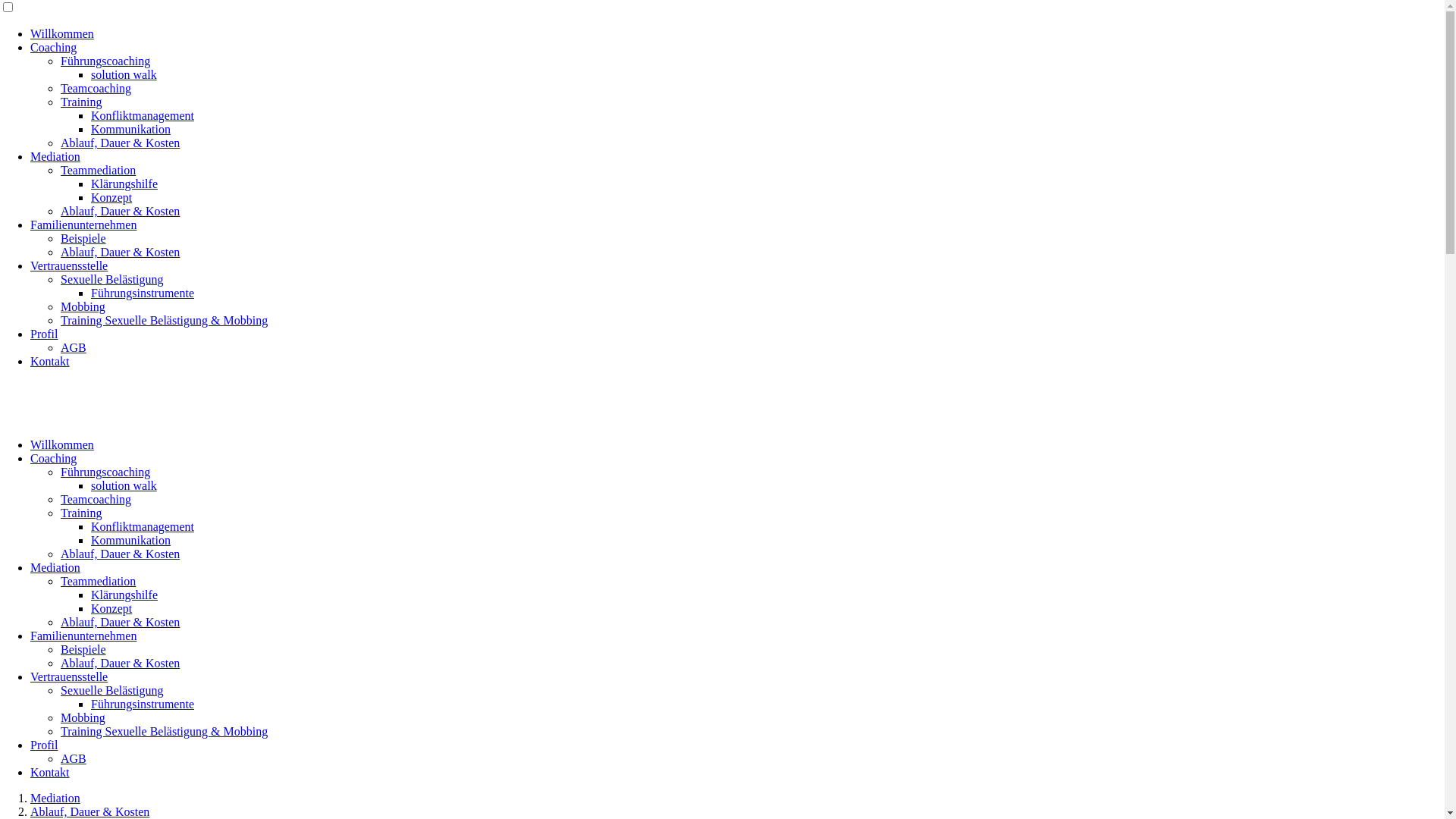 The height and width of the screenshot is (819, 1456). What do you see at coordinates (111, 196) in the screenshot?
I see `'Konzept'` at bounding box center [111, 196].